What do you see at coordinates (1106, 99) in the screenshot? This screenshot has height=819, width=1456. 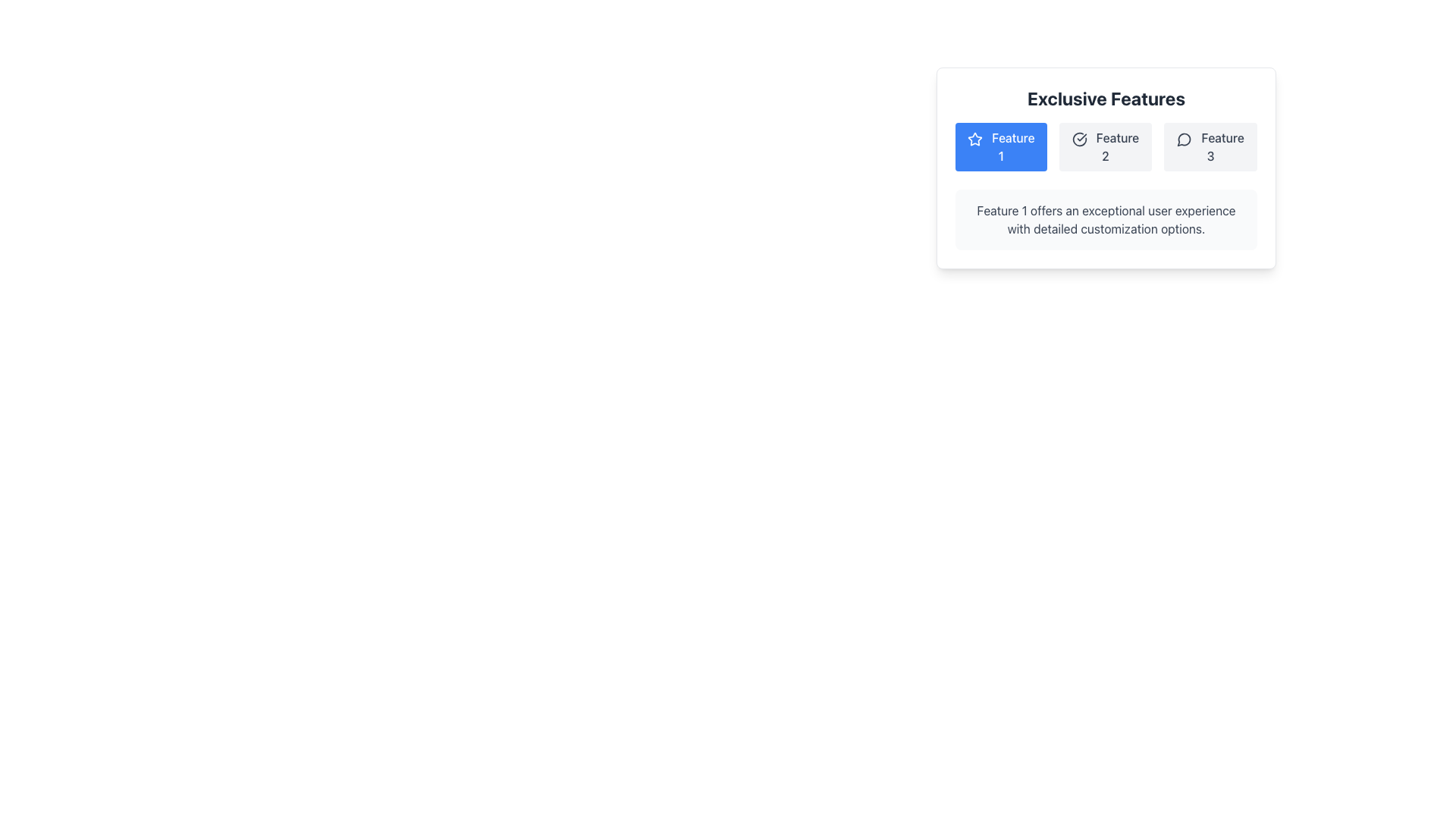 I see `the textual heading 'Exclusive Features' which is styled with a bold, large font in dark gray (#4A5568) at the top center of a bordered white card` at bounding box center [1106, 99].